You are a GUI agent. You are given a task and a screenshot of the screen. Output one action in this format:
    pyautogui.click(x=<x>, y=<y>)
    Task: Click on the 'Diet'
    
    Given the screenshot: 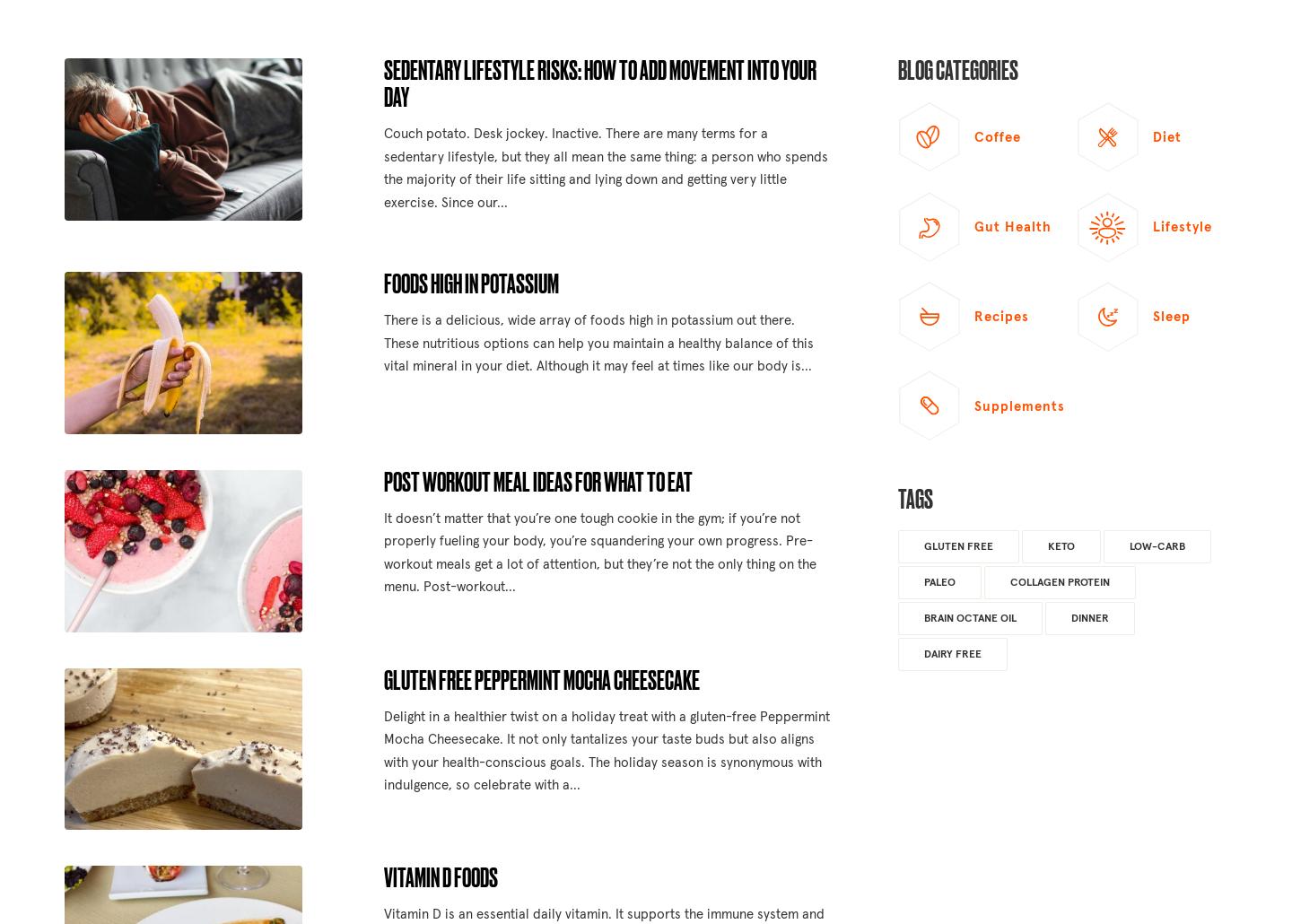 What is the action you would take?
    pyautogui.click(x=1166, y=136)
    